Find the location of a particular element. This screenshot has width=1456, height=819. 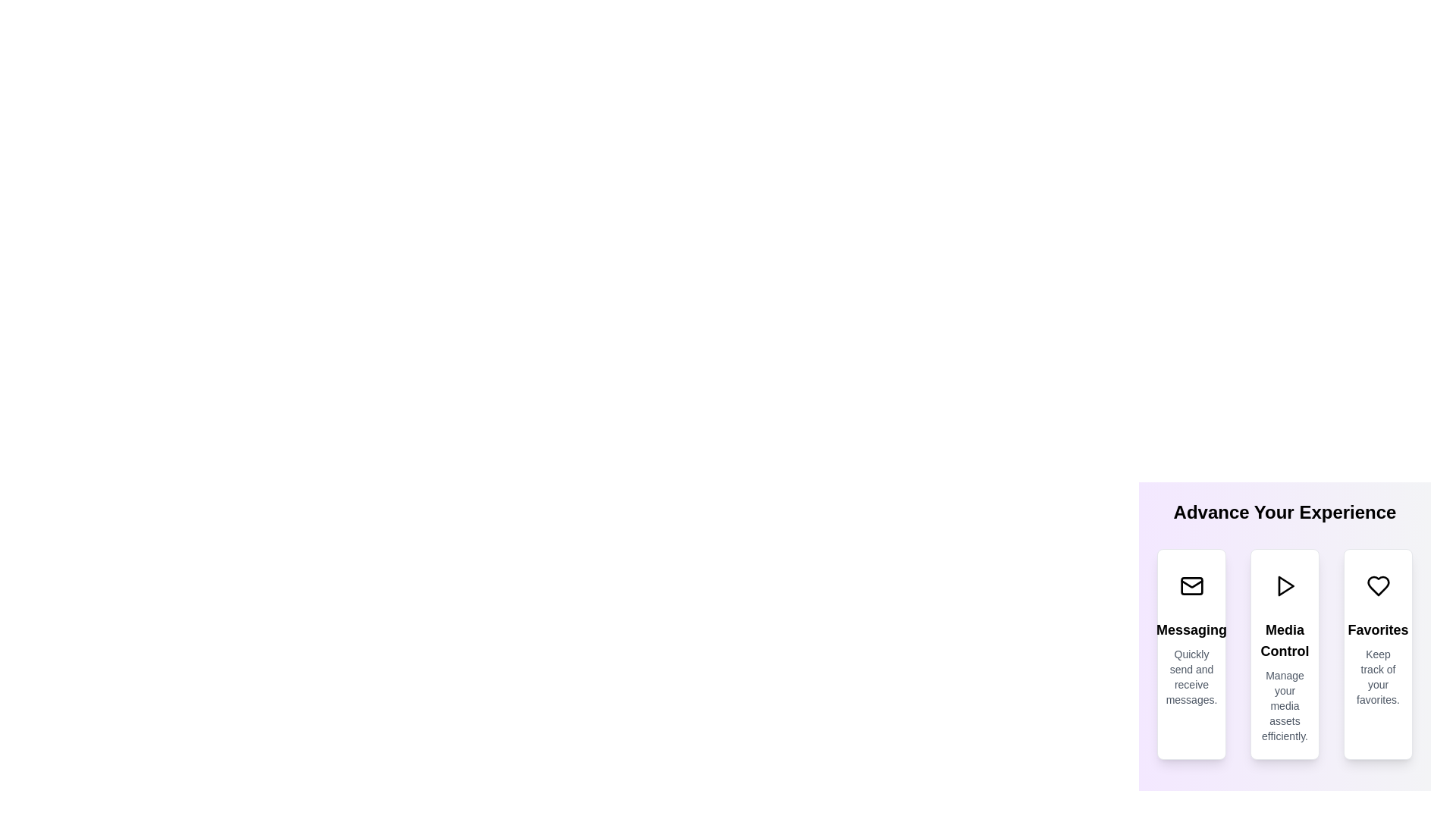

the 'Media Control' heading, which is a bold text element prominently displayed in the media management section of the interface is located at coordinates (1284, 640).